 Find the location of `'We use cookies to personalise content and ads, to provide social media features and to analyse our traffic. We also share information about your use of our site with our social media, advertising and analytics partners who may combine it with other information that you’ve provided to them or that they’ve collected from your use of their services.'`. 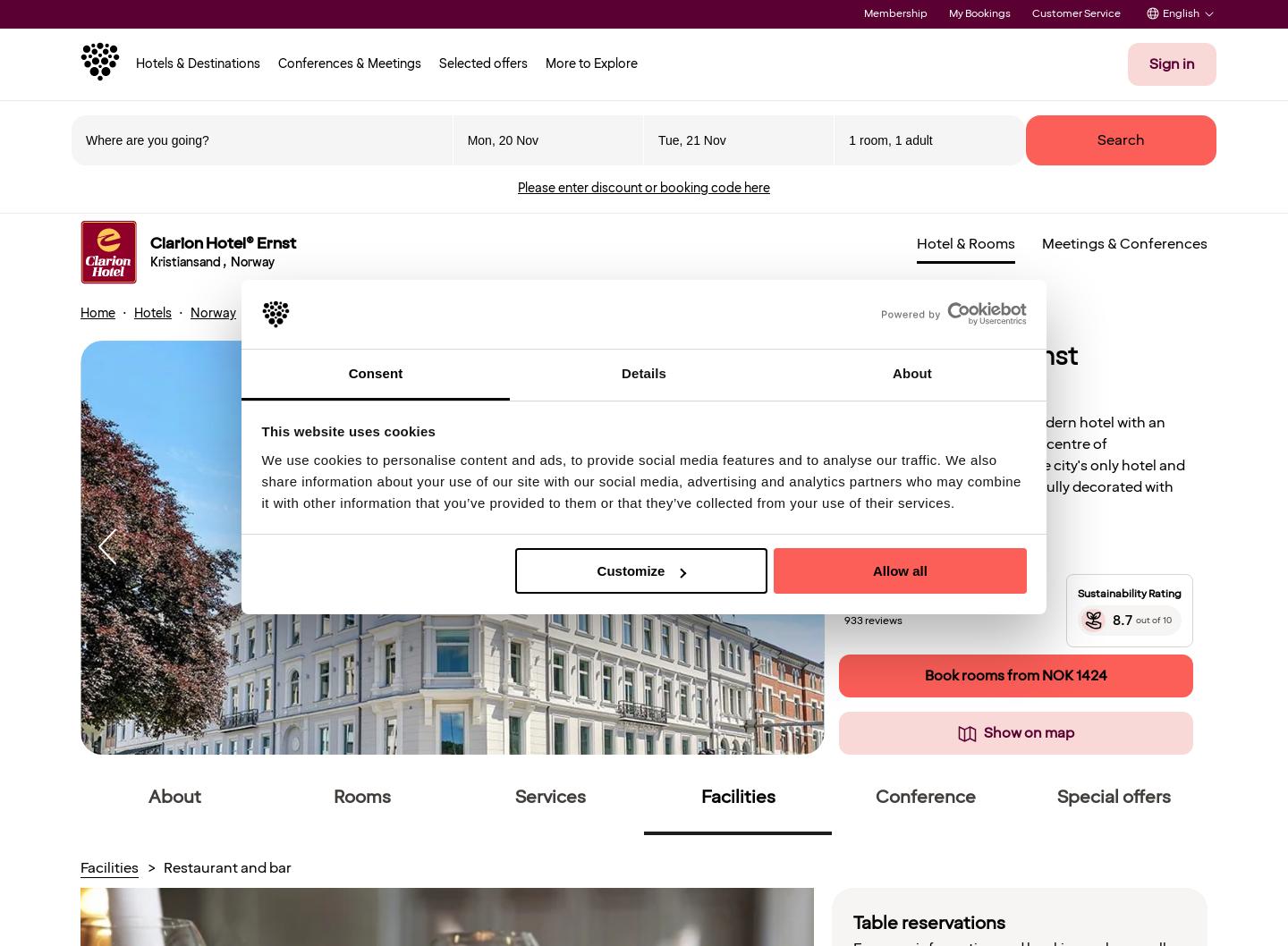

'We use cookies to personalise content and ads, to provide social media features and to analyse our traffic. We also share information about your use of our site with our social media, advertising and analytics partners who may combine it with other information that you’ve provided to them or that they’ve collected from your use of their services.' is located at coordinates (640, 480).